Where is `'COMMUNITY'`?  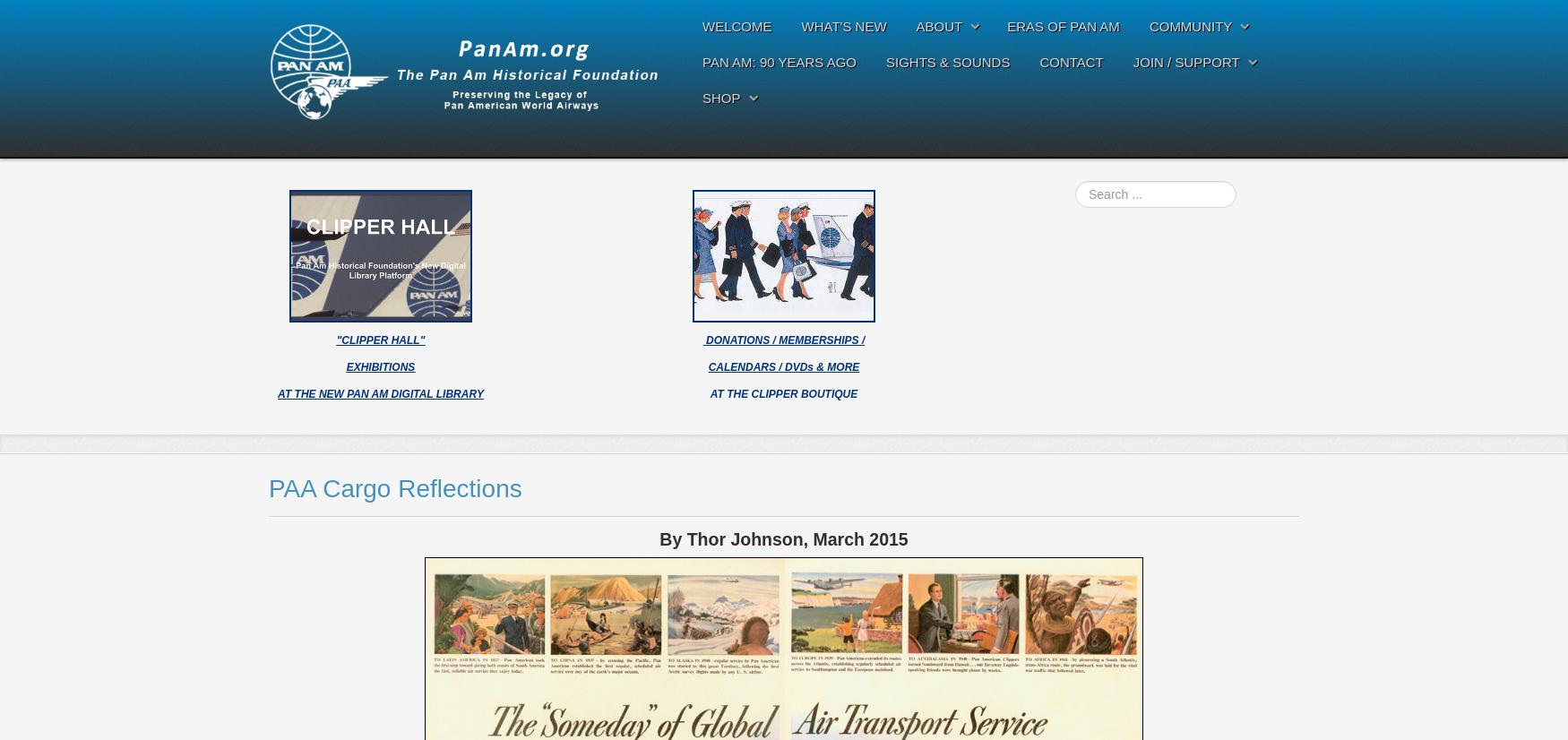 'COMMUNITY' is located at coordinates (1190, 26).